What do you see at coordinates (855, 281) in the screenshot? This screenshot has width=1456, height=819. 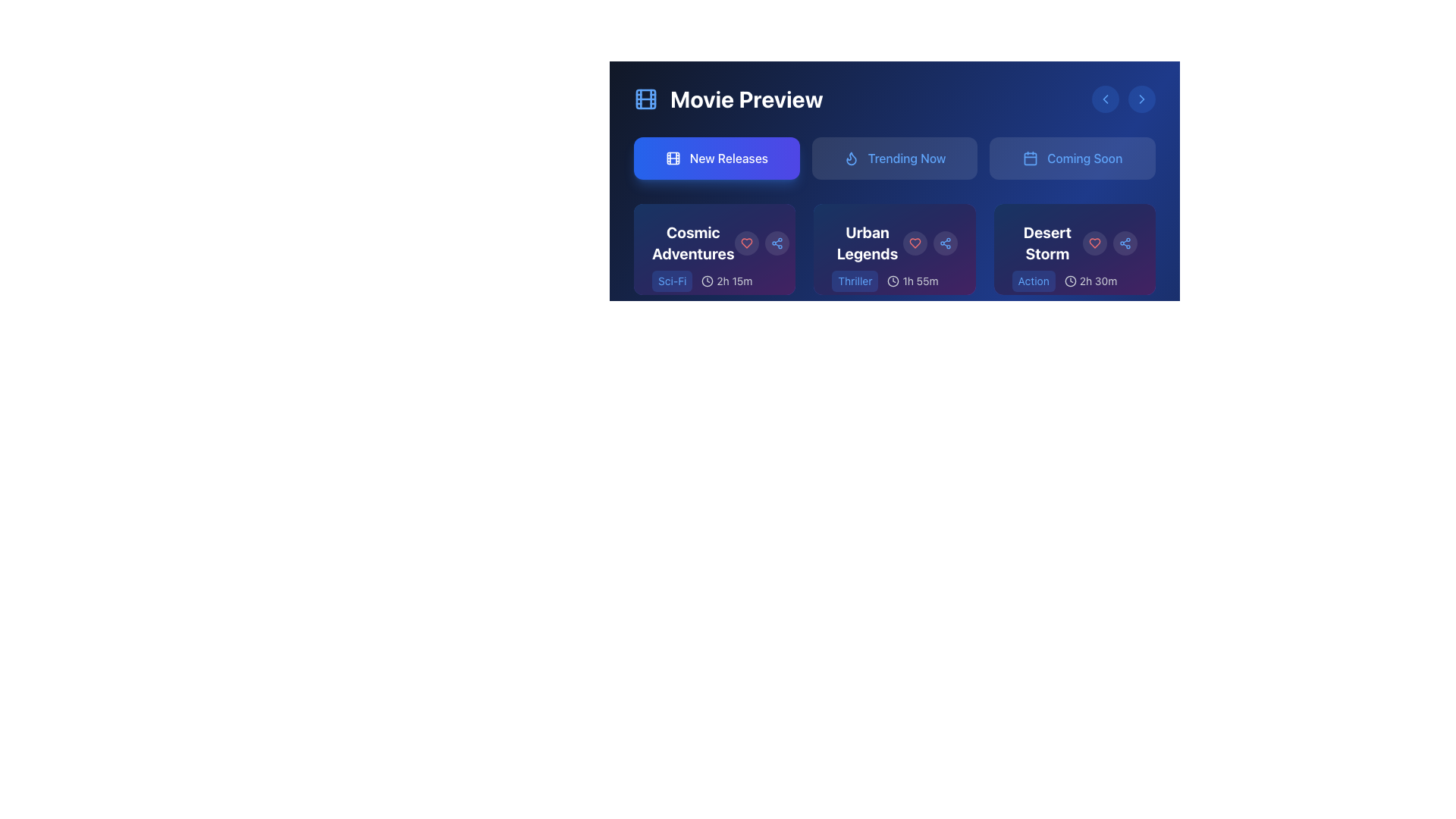 I see `contents of the text label displaying the word 'Thriller', which is styled in a small font size and located in the 'Urban Legends' section of the movie information card` at bounding box center [855, 281].